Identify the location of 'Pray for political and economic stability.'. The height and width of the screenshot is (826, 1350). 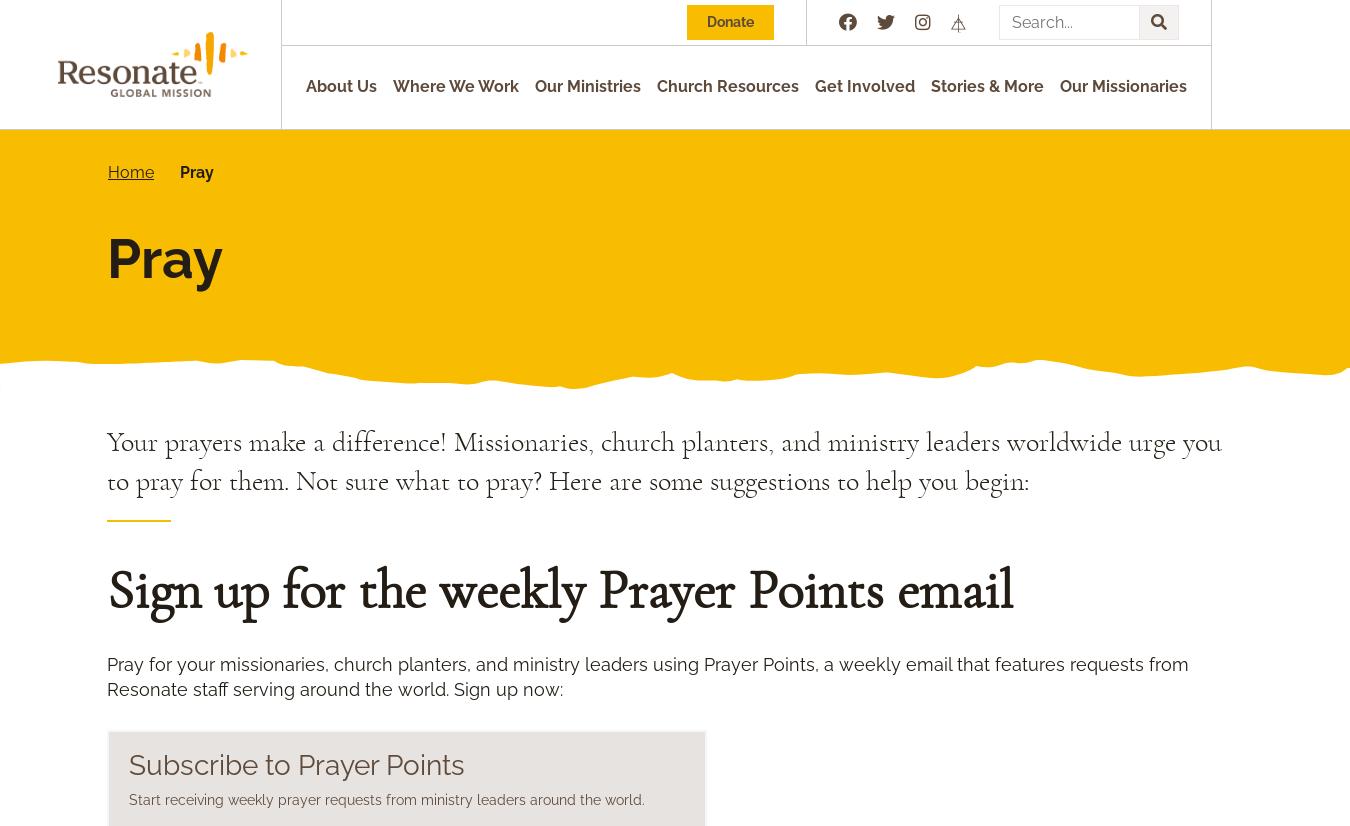
(331, 363).